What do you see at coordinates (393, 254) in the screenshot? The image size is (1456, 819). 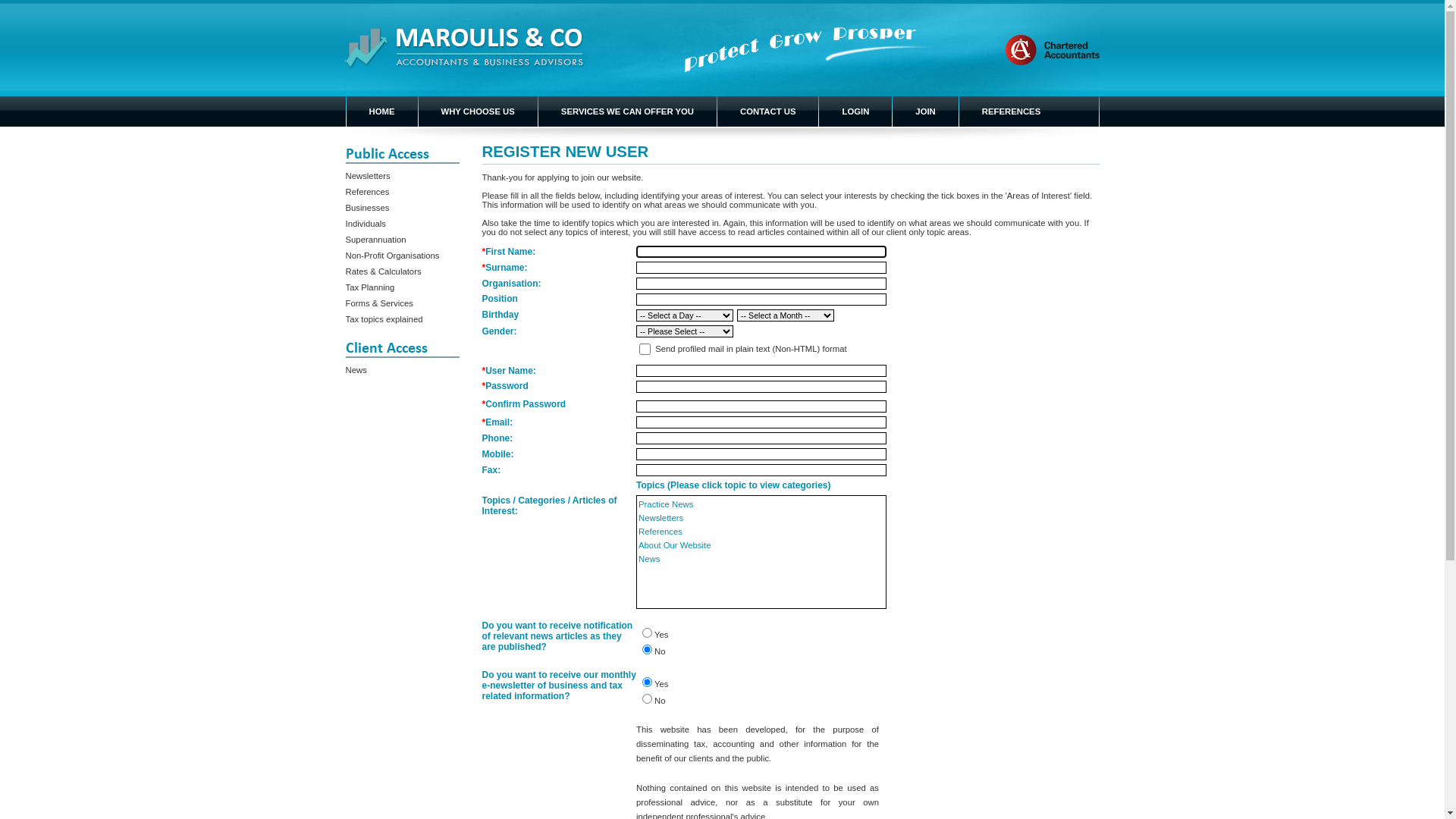 I see `'Non-Profit Organisations'` at bounding box center [393, 254].